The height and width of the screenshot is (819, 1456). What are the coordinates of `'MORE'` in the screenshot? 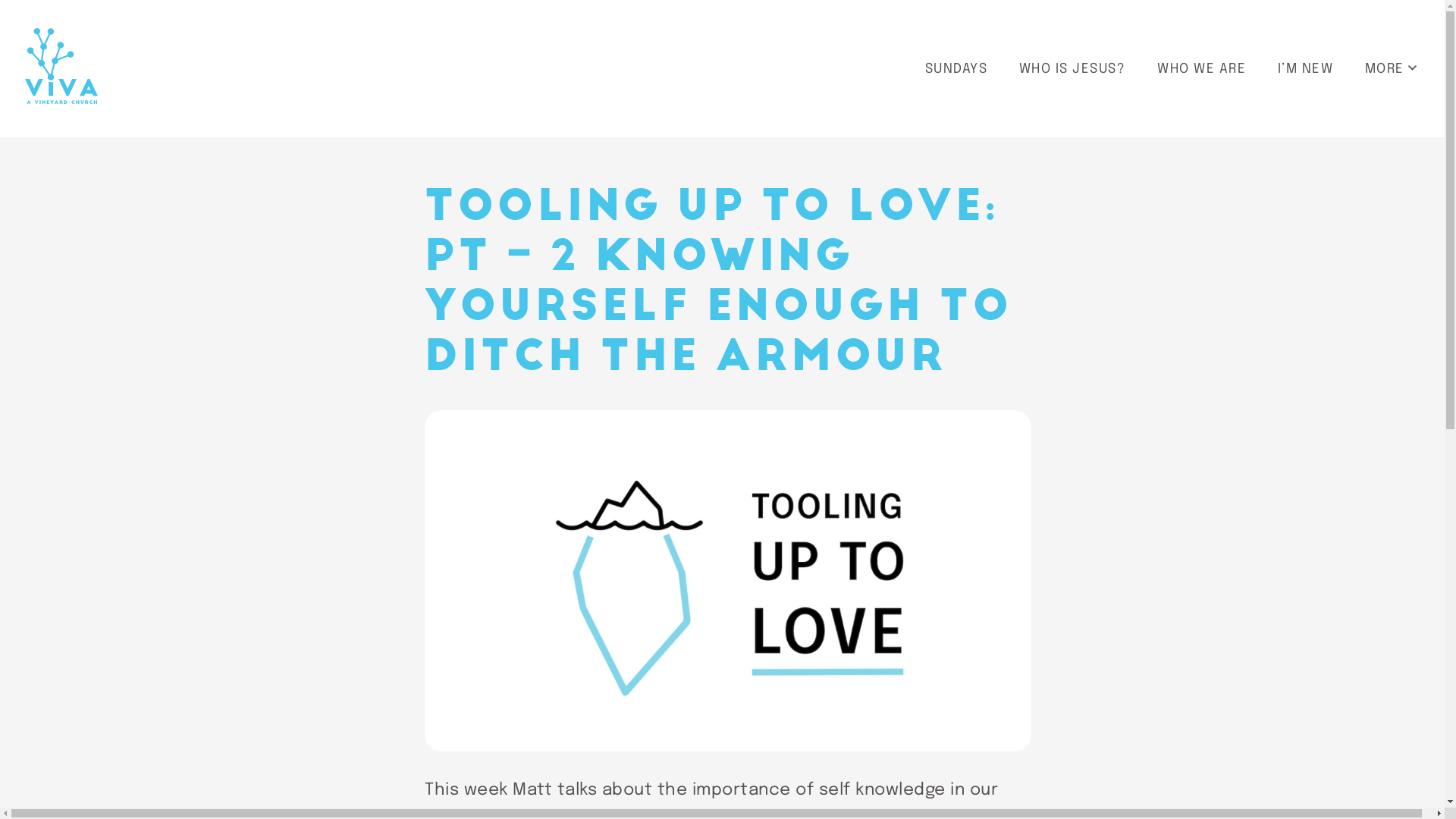 It's located at (1391, 68).